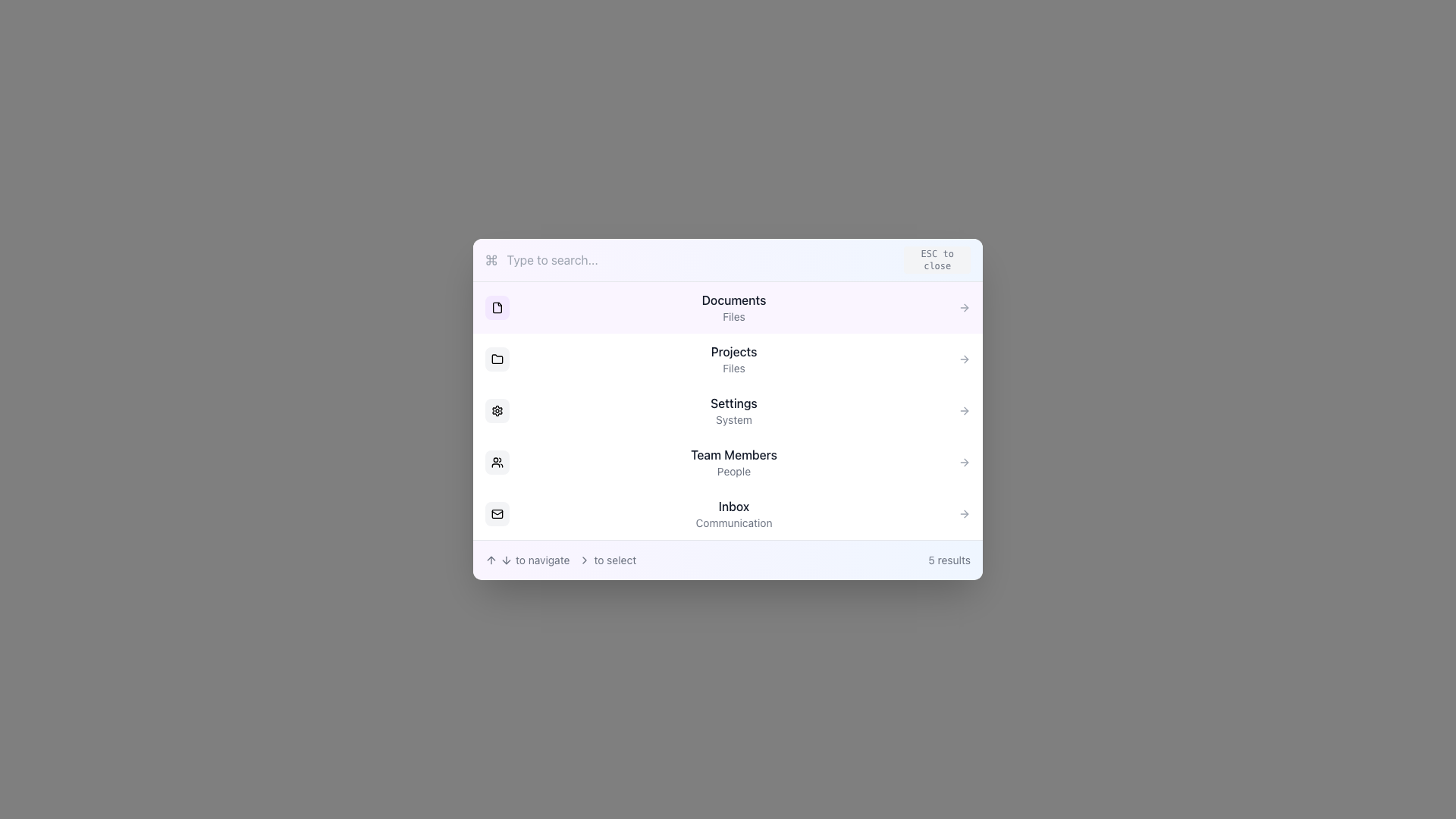 This screenshot has width=1456, height=819. What do you see at coordinates (497, 411) in the screenshot?
I see `the settings icon located between the 'Projects' and 'Team Members' items in the vertical list` at bounding box center [497, 411].